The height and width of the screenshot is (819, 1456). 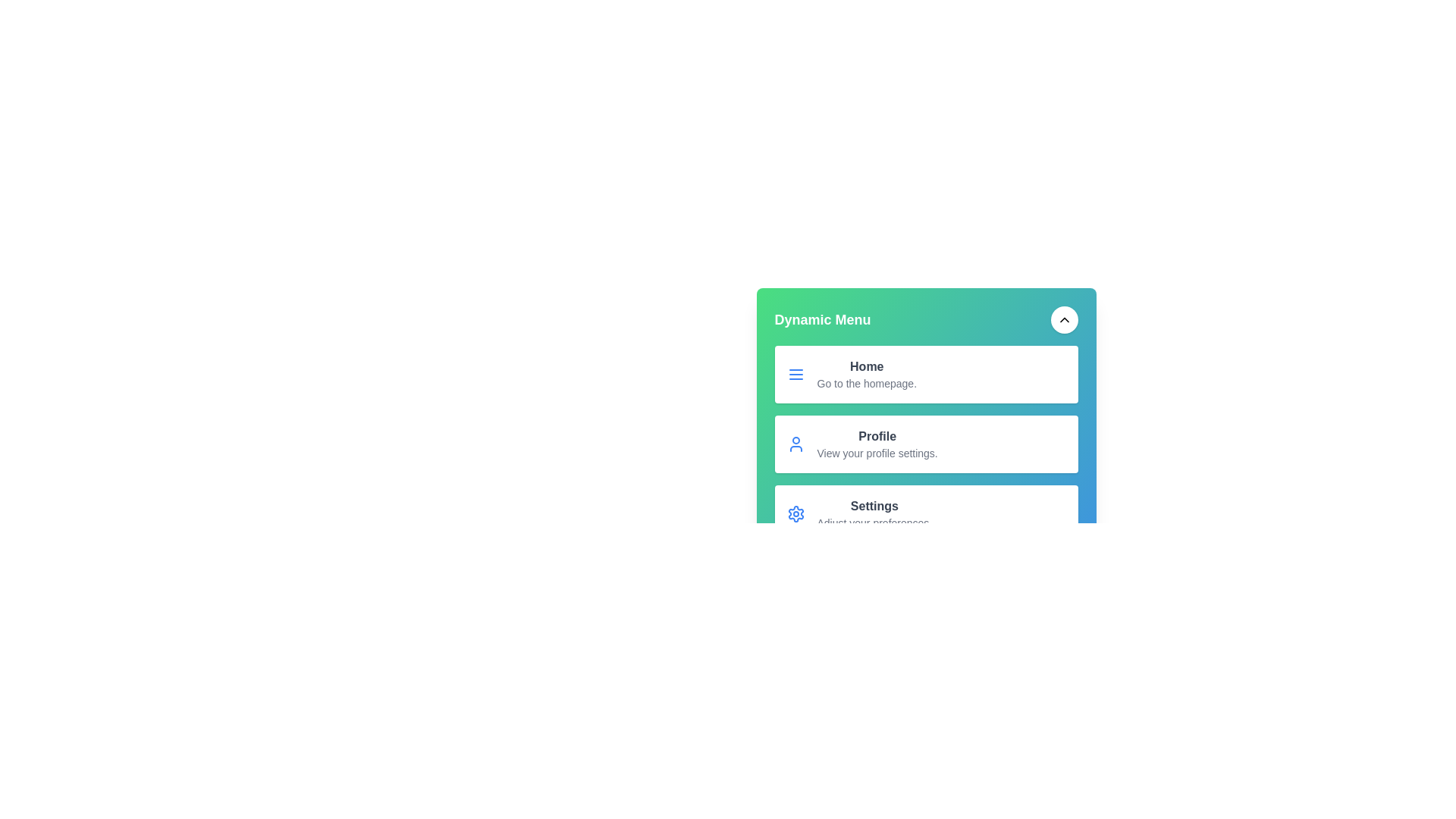 I want to click on the first button or link in the 'Dynamic Menu', so click(x=925, y=374).